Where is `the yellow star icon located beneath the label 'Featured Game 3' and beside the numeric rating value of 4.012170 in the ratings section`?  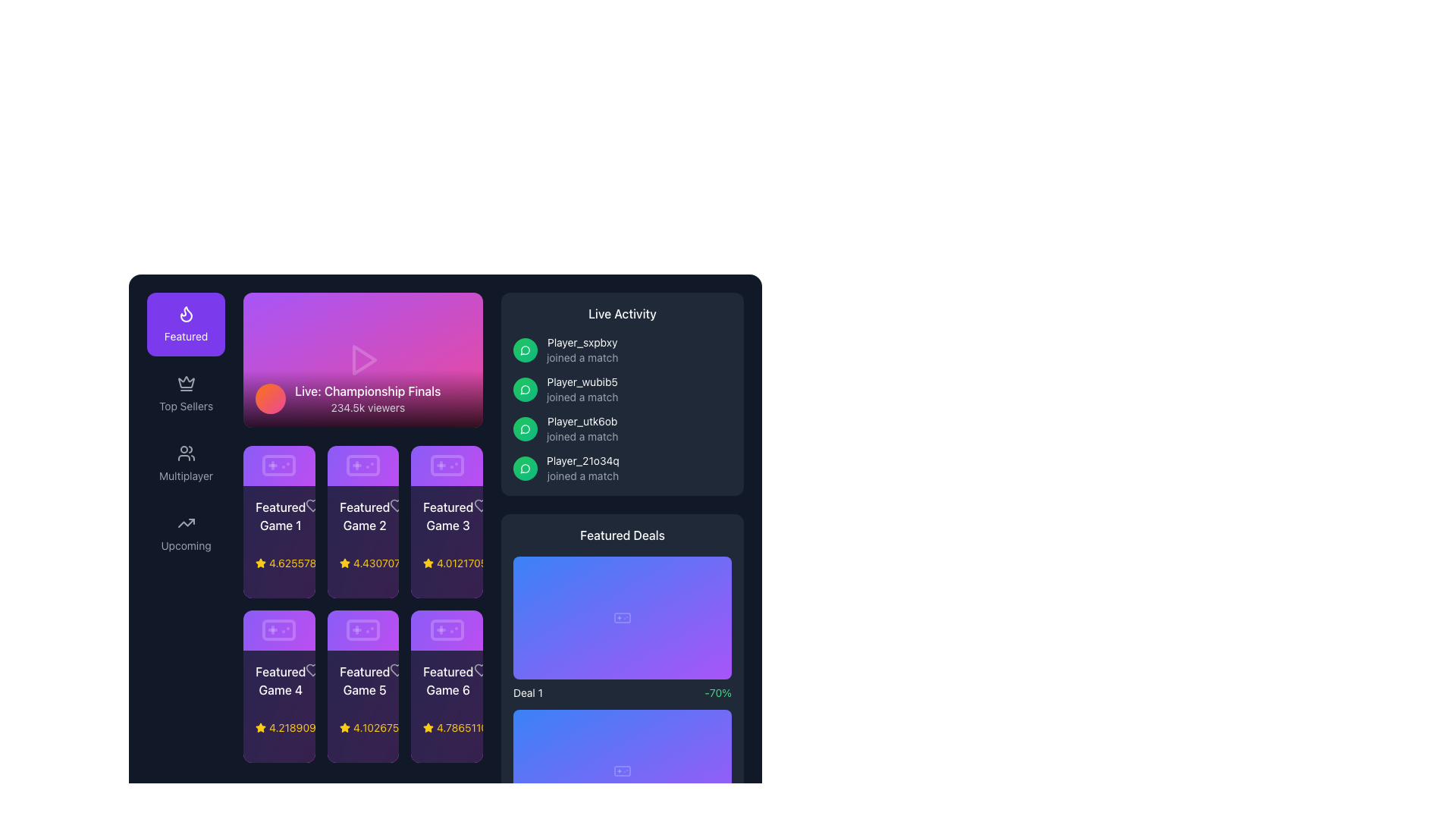
the yellow star icon located beneath the label 'Featured Game 3' and beside the numeric rating value of 4.012170 in the ratings section is located at coordinates (428, 563).